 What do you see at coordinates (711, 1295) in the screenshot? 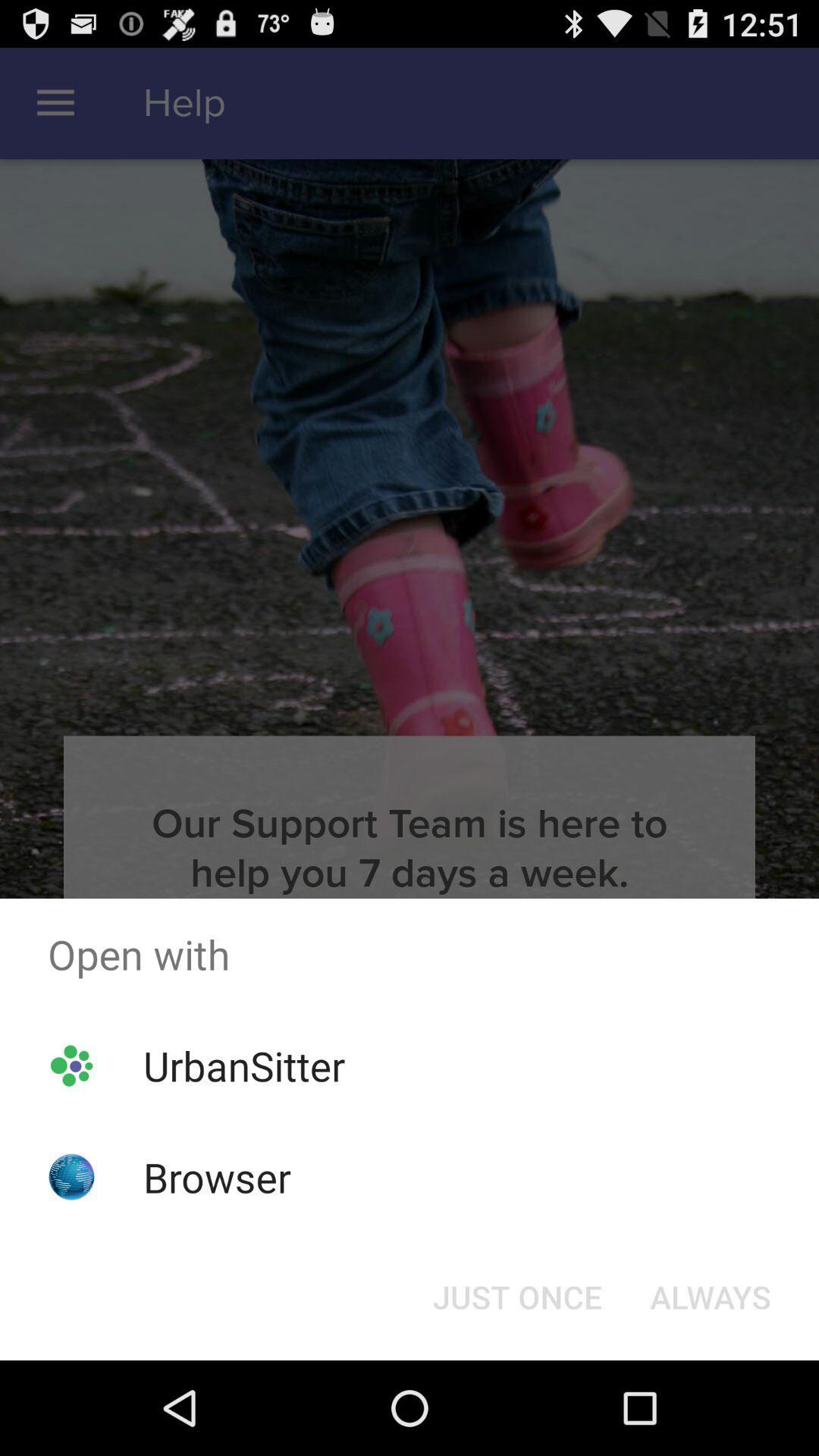
I see `button at the bottom right corner` at bounding box center [711, 1295].